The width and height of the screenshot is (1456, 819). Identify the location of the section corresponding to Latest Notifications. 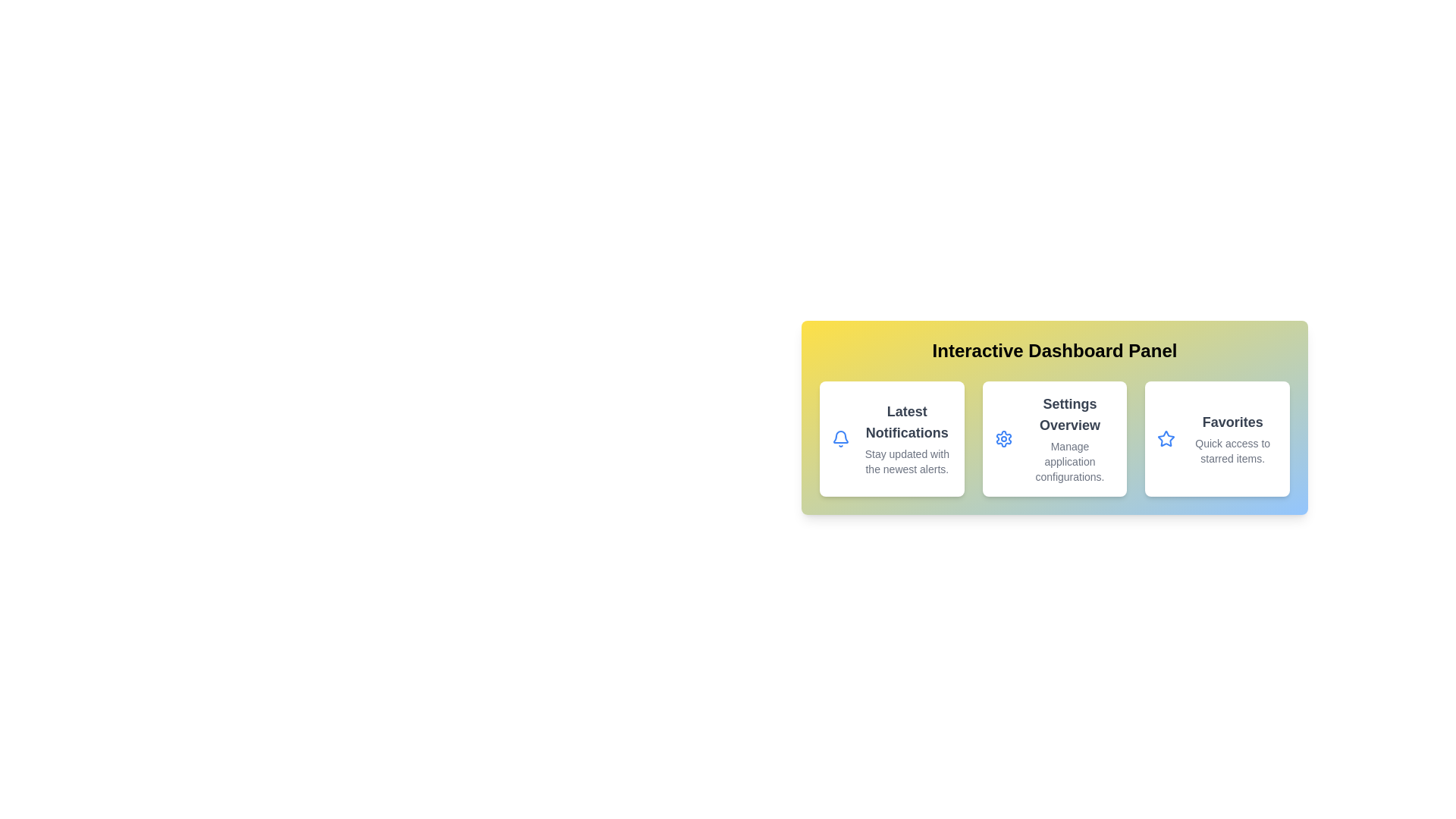
(892, 438).